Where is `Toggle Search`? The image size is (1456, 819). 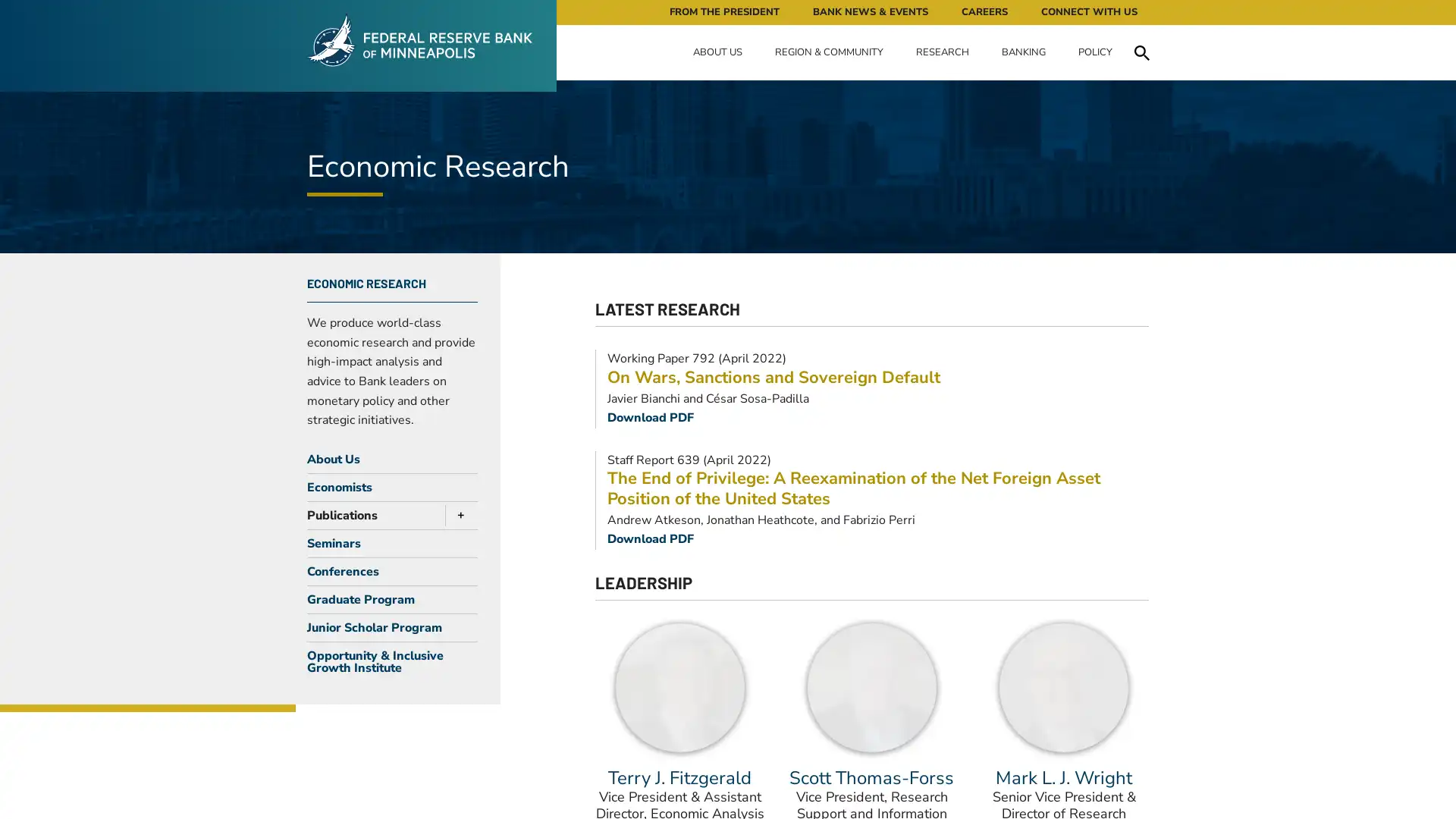
Toggle Search is located at coordinates (1141, 52).